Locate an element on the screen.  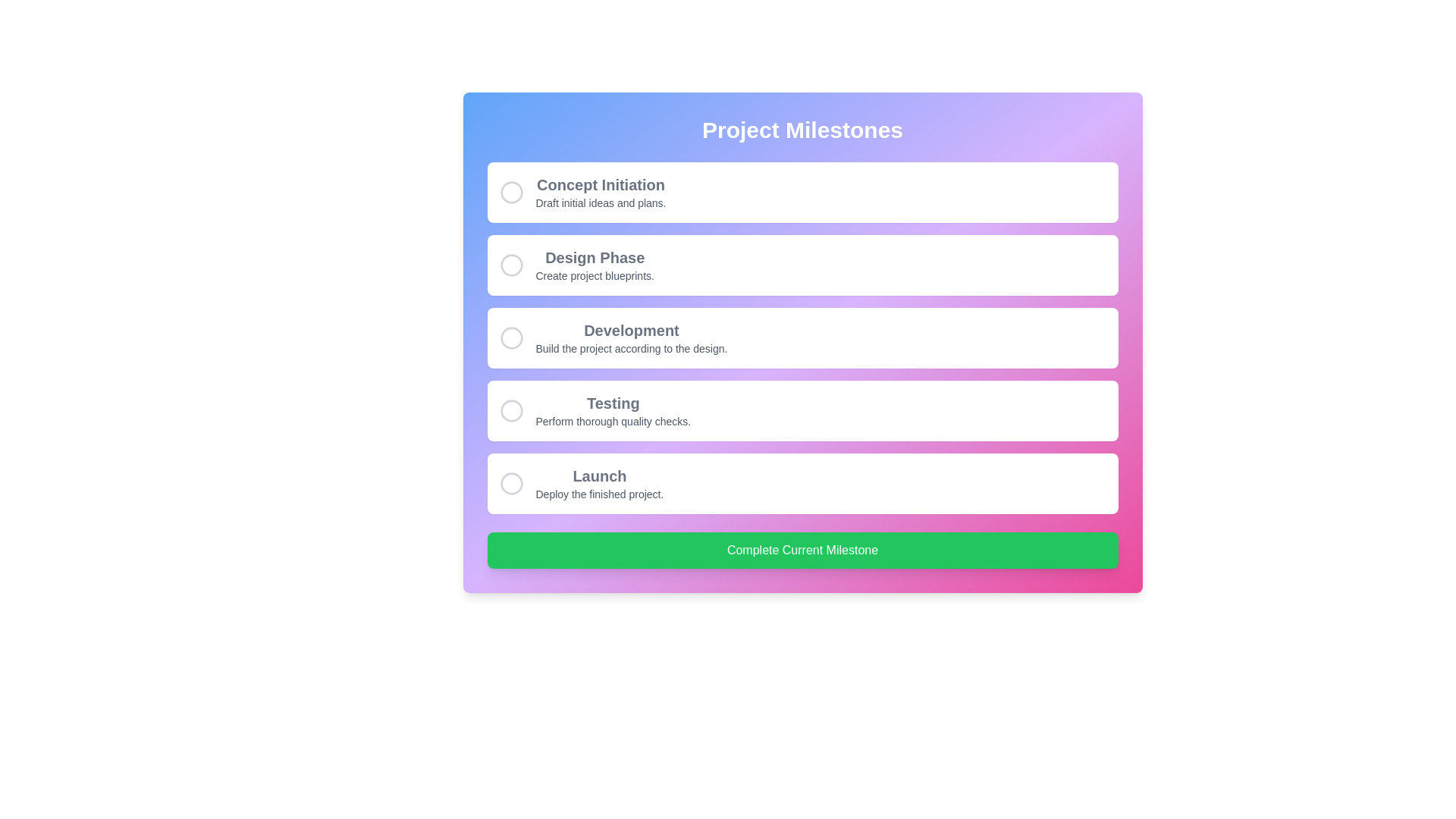
the circular indicator located in the third milestone option titled 'Development' within the 'Project Milestones' section of the interface is located at coordinates (511, 337).